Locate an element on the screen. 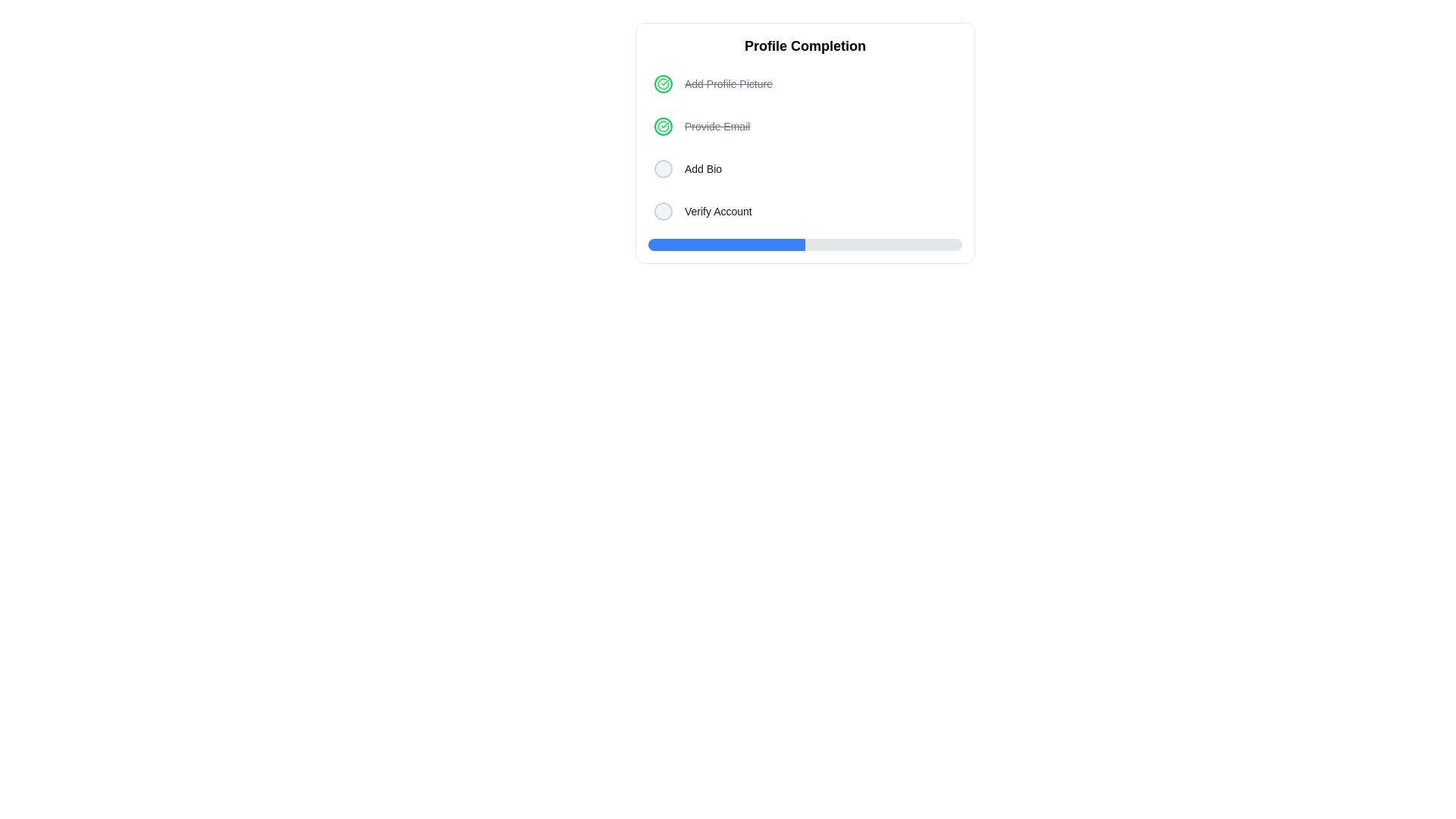  the status represented by the circular icon with a green border and light green background, indicating a completed state, located to the left of 'Add Profile Picture' is located at coordinates (663, 84).